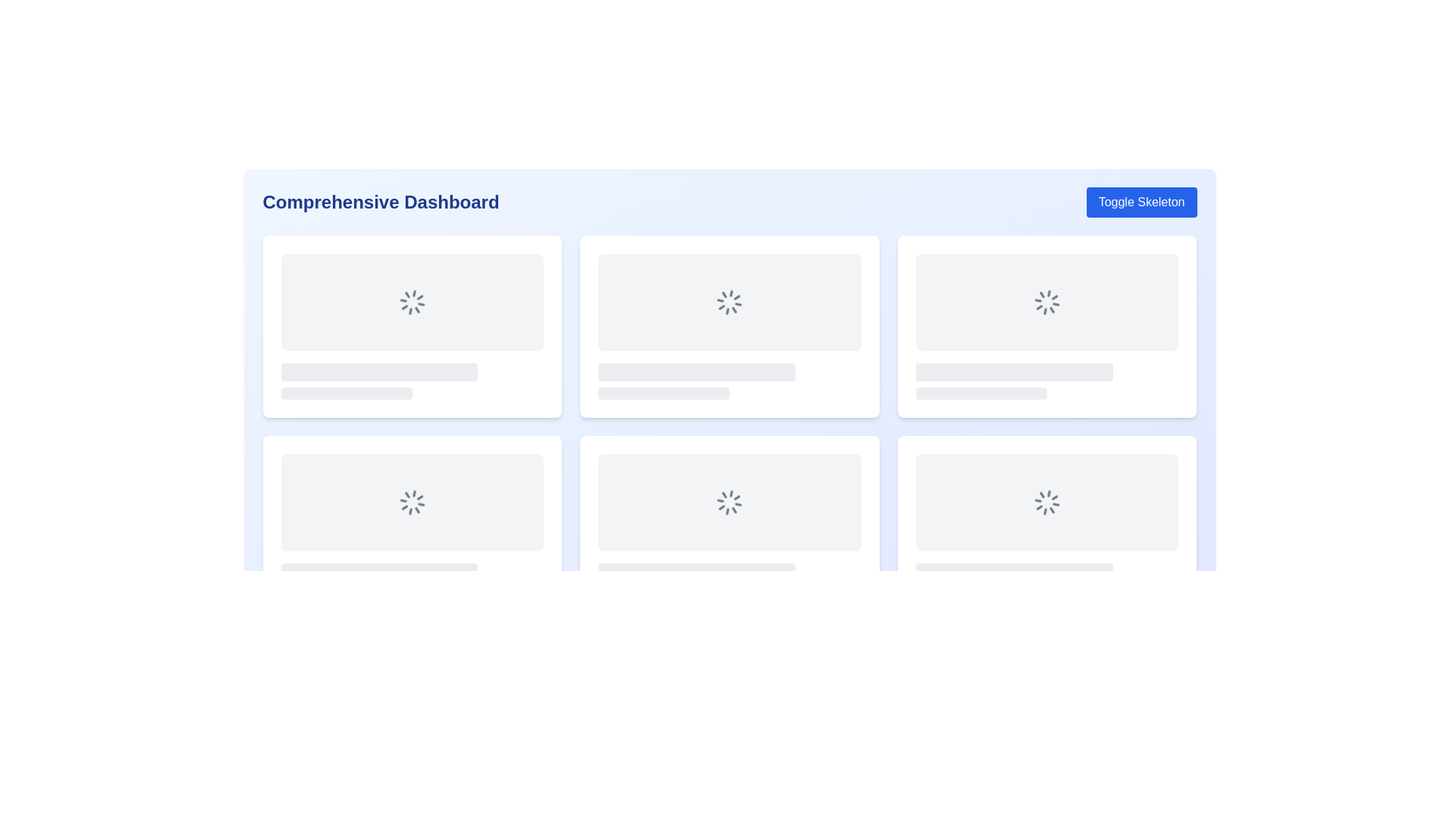 The height and width of the screenshot is (819, 1456). Describe the element at coordinates (664, 393) in the screenshot. I see `the Skeleton loading bar, which is a rounded horizontal bar styled with light gray color, positioned beneath a wider horizontal bar in a card layout` at that location.